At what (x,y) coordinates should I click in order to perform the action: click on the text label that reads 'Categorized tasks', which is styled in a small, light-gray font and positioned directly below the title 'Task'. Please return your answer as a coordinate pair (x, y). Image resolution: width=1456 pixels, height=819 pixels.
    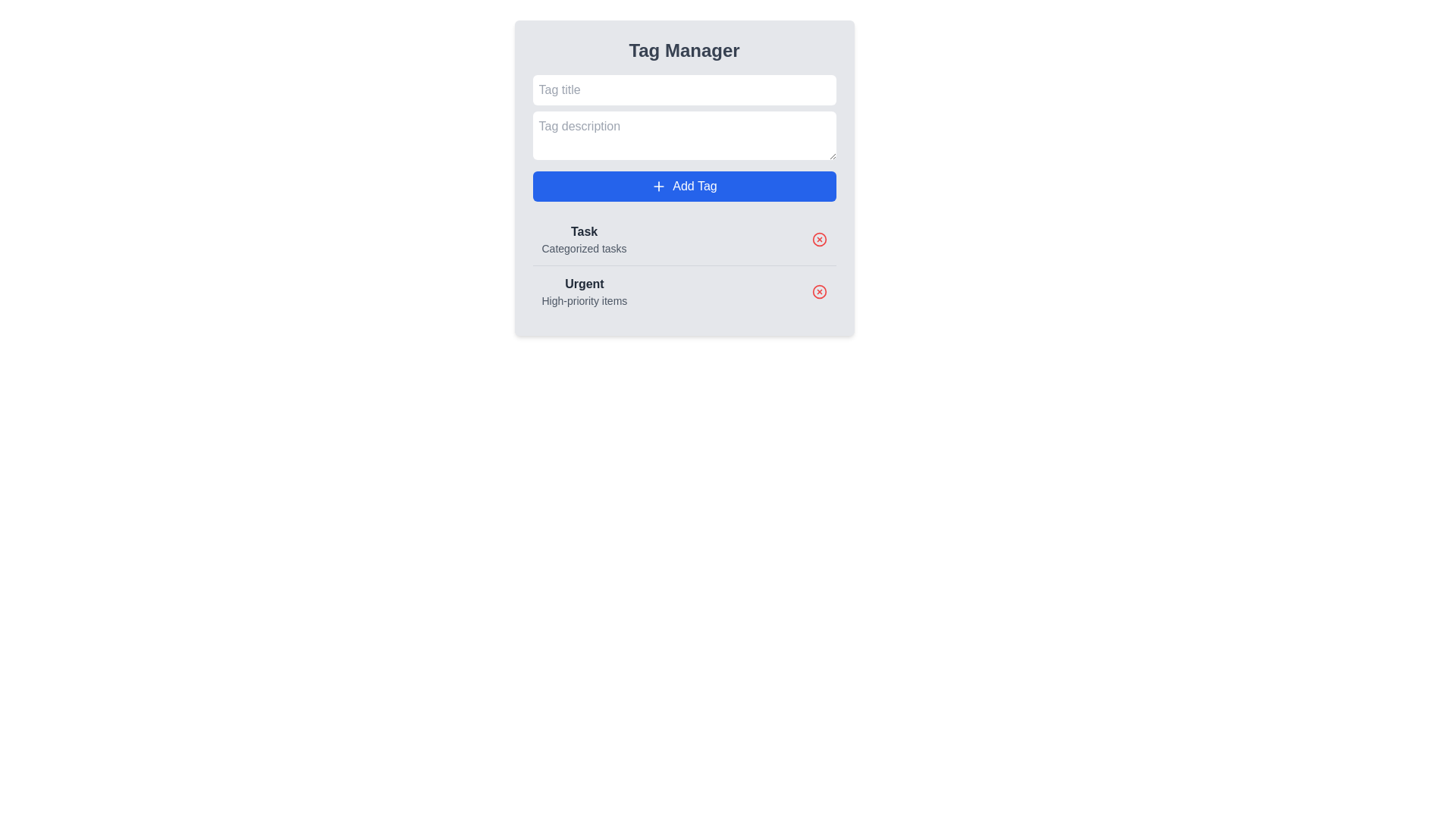
    Looking at the image, I should click on (583, 247).